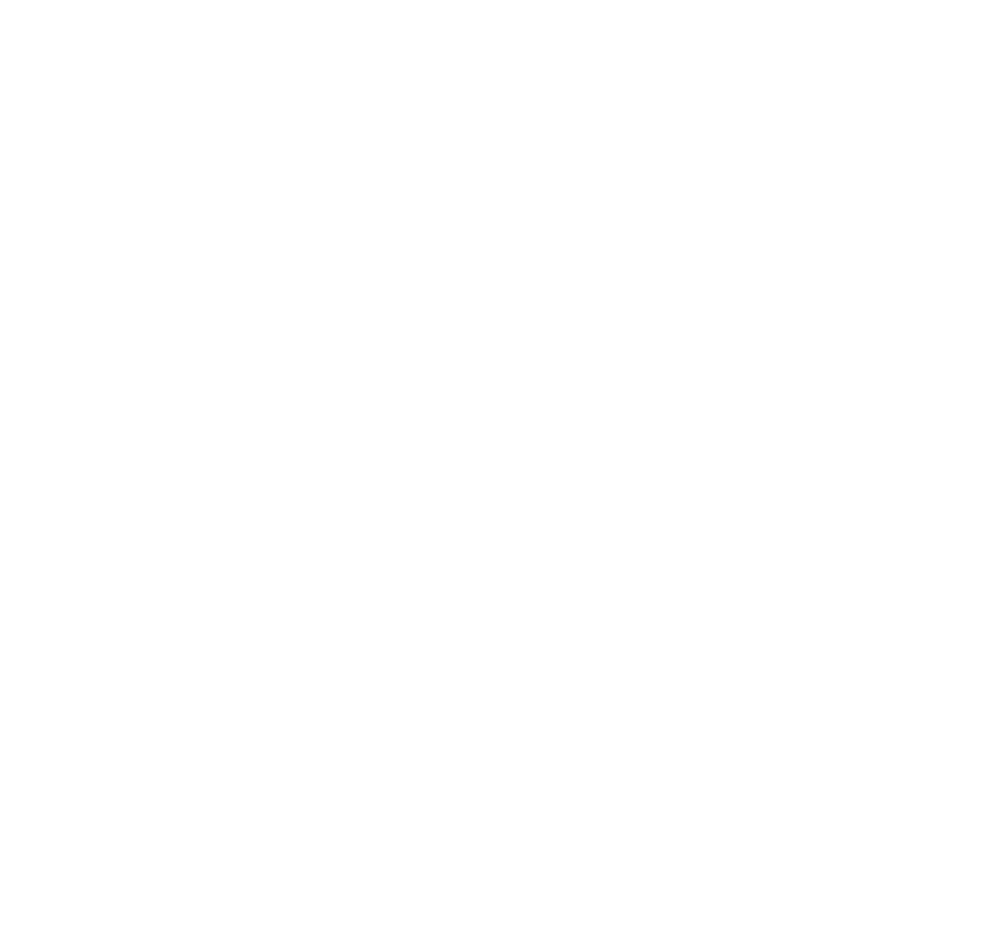 The width and height of the screenshot is (1000, 948). I want to click on '© 2023 SmartBrief, is a division of Future US LLC, Full 7th Floor, 130 West 42nd Street, New York, NY, 10036. All rights reserved.', so click(500, 872).